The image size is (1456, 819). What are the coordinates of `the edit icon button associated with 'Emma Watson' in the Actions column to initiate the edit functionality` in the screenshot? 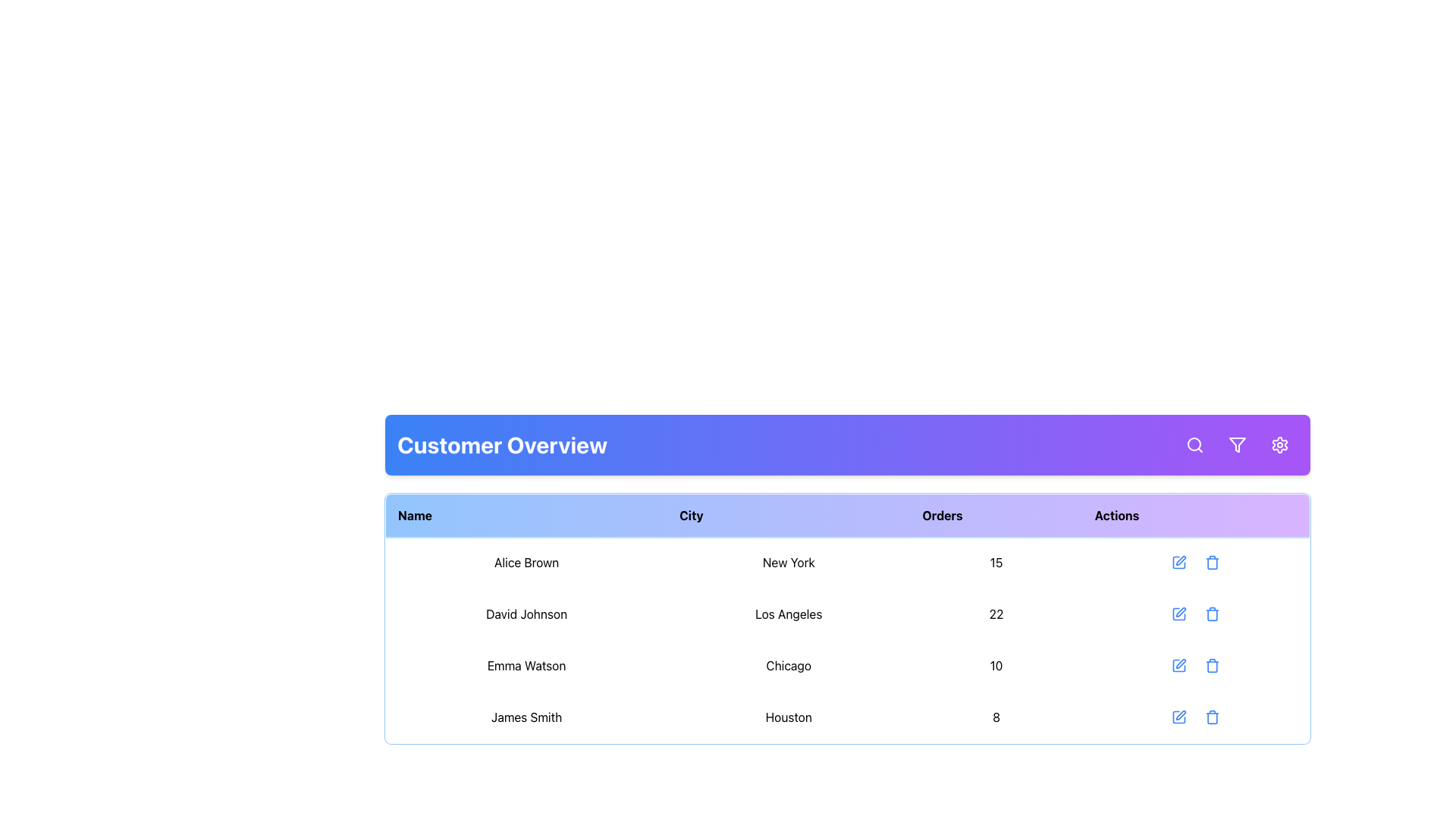 It's located at (1178, 665).